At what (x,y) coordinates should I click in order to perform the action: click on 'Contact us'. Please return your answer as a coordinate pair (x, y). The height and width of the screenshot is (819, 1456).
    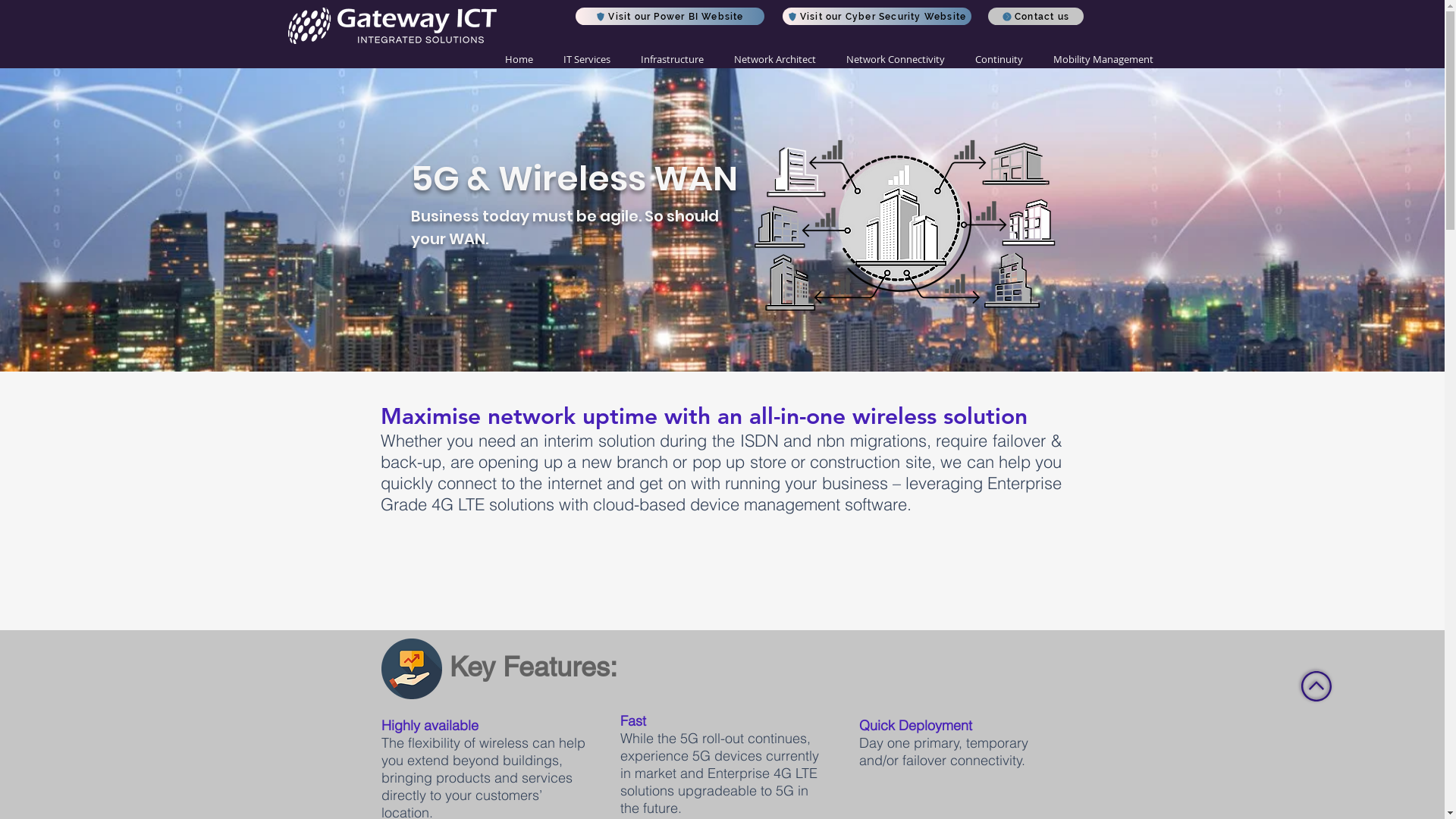
    Looking at the image, I should click on (987, 16).